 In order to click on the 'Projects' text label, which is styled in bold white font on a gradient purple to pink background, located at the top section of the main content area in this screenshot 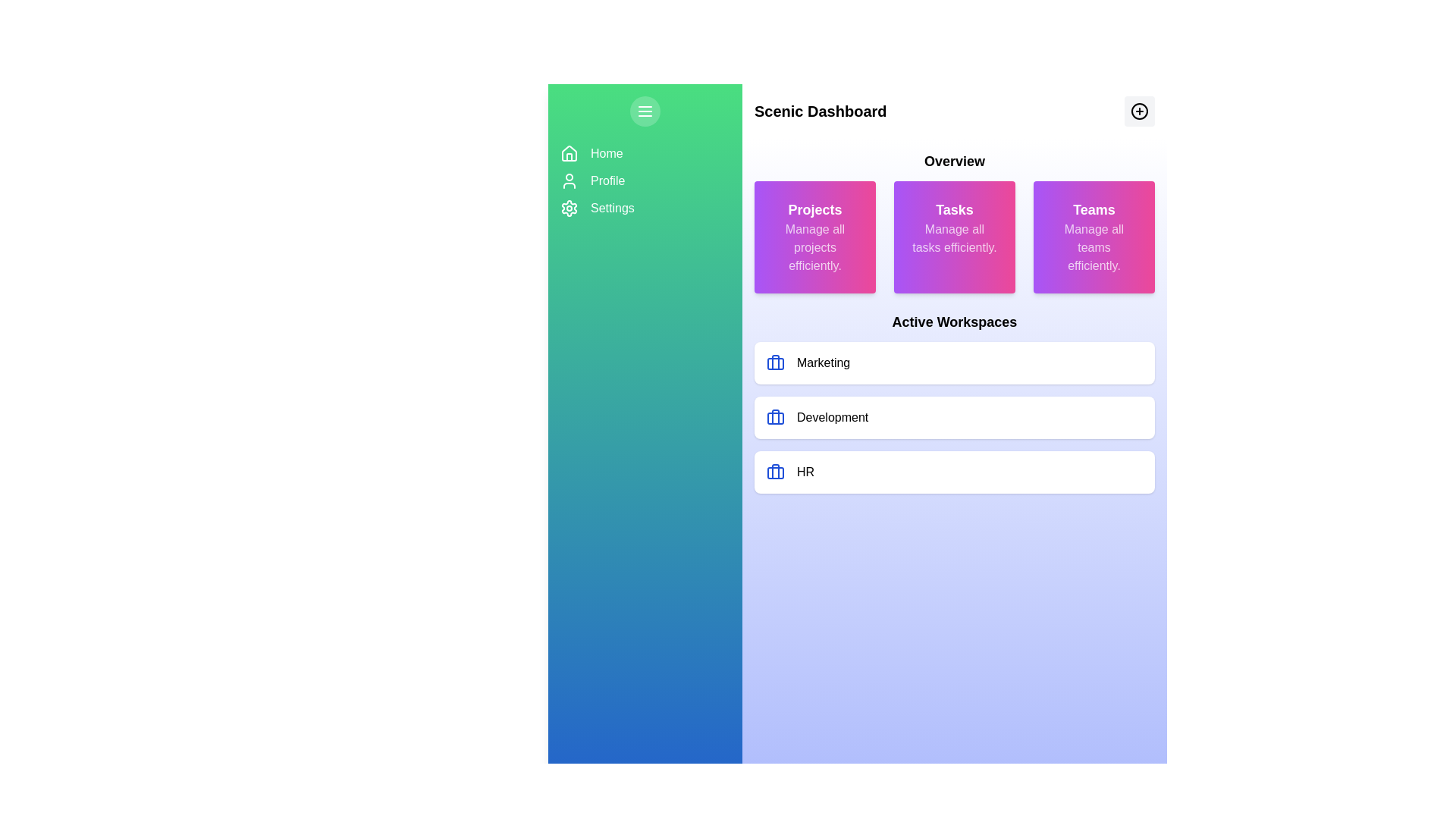, I will do `click(814, 210)`.